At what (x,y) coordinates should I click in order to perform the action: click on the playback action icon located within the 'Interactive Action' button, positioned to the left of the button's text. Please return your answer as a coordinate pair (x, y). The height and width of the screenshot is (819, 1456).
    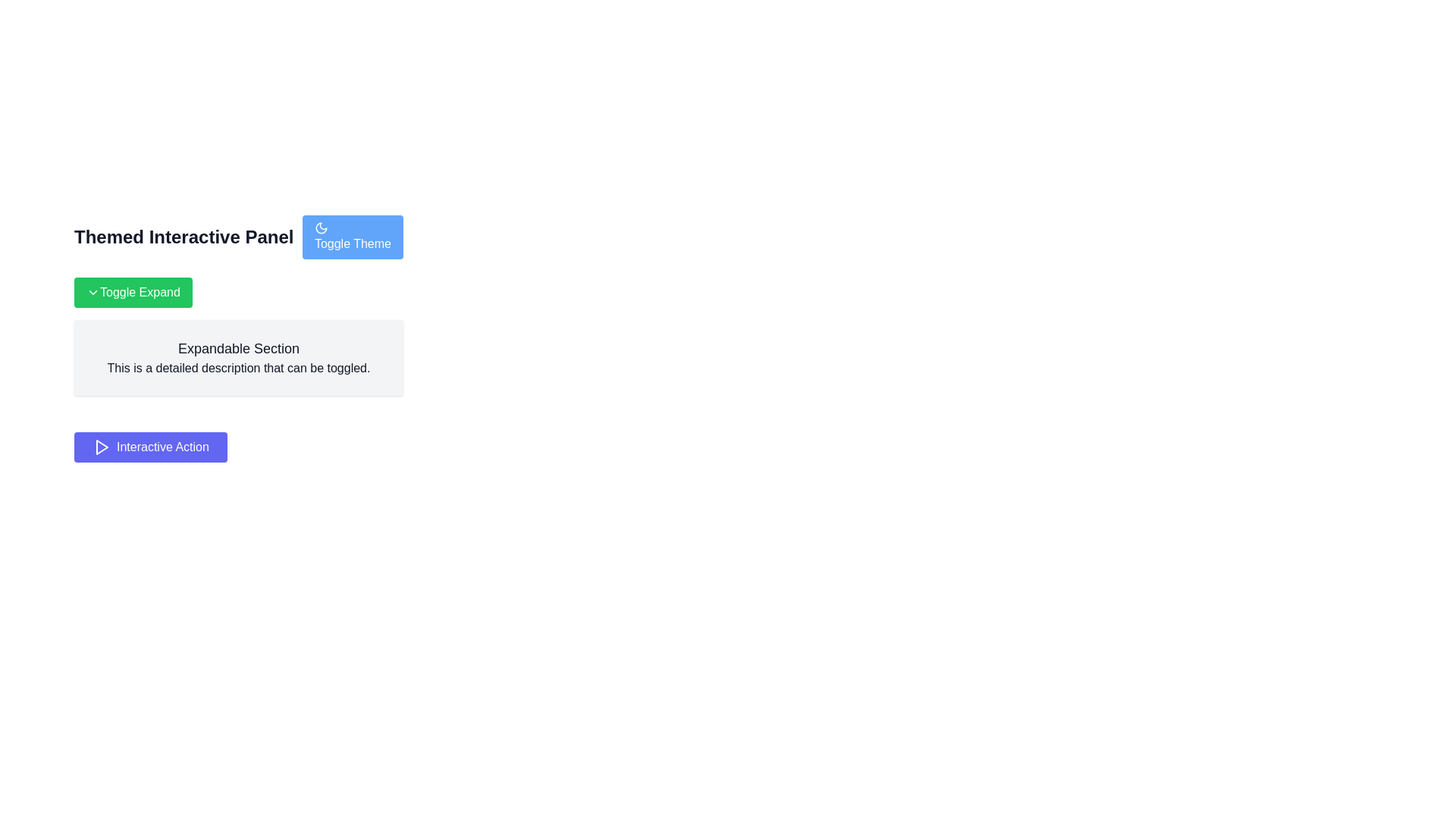
    Looking at the image, I should click on (101, 447).